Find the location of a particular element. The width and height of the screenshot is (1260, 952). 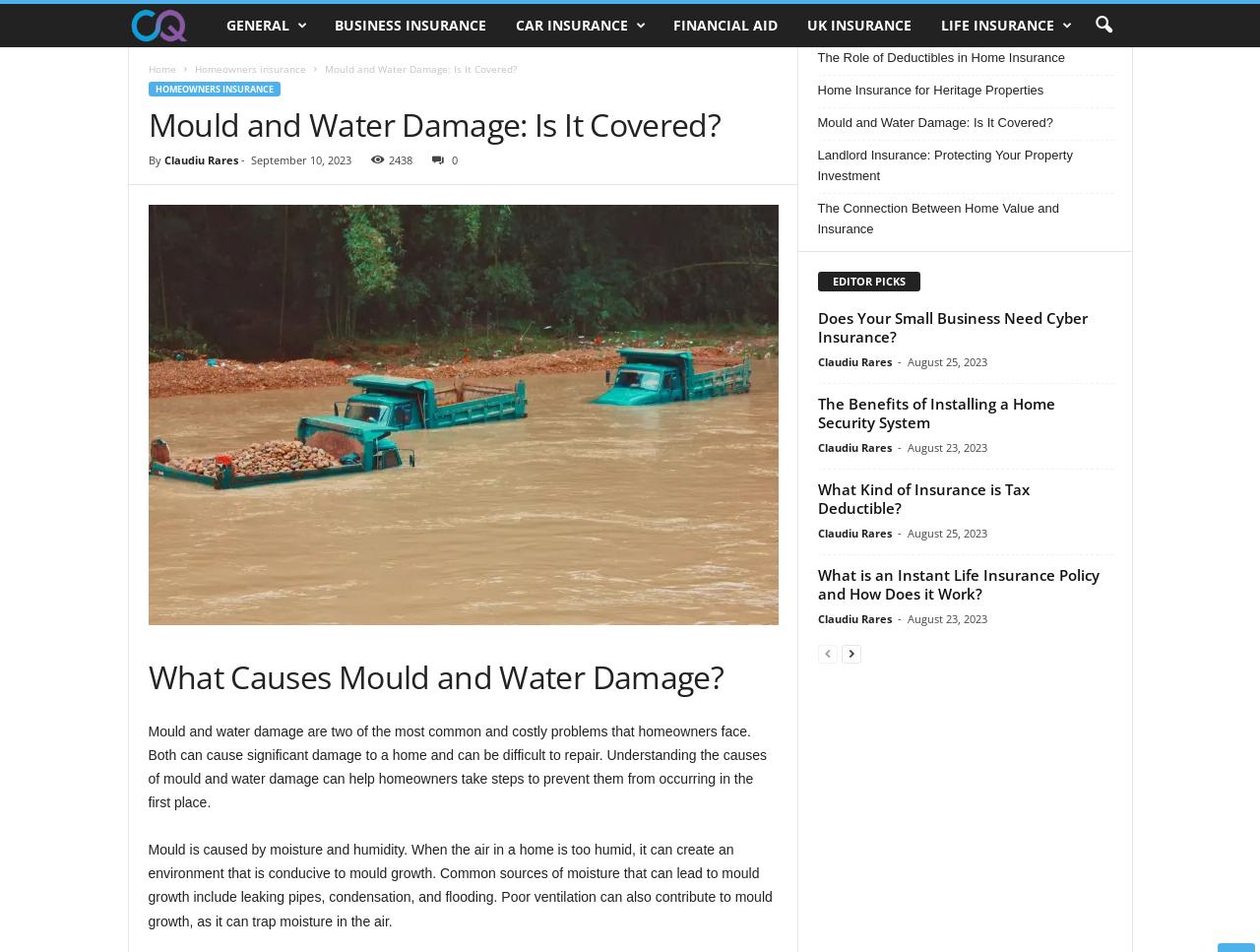

'EDITOR PICKS' is located at coordinates (867, 279).